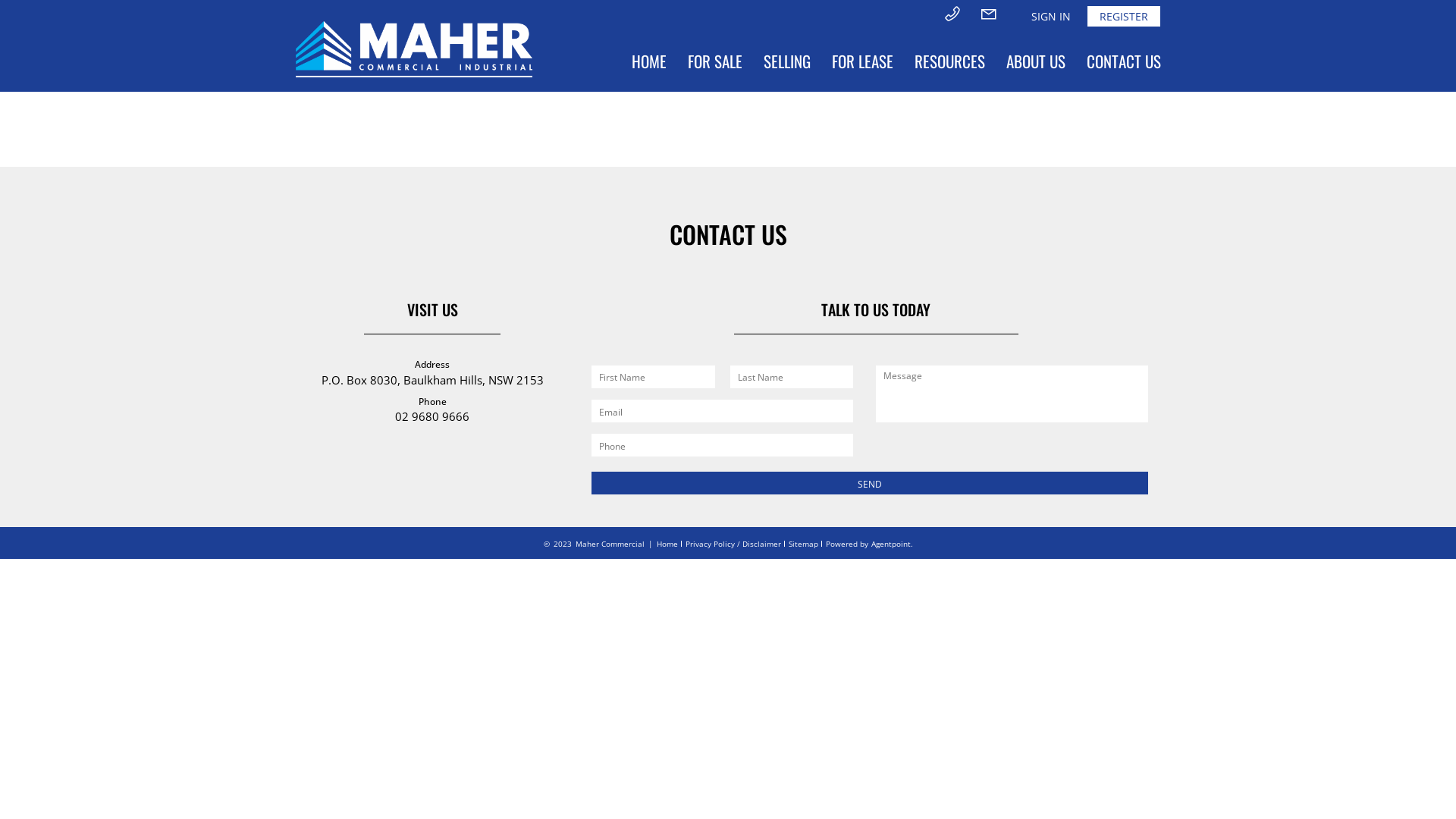 The image size is (1456, 819). I want to click on 'SIGN IN', so click(1022, 16).